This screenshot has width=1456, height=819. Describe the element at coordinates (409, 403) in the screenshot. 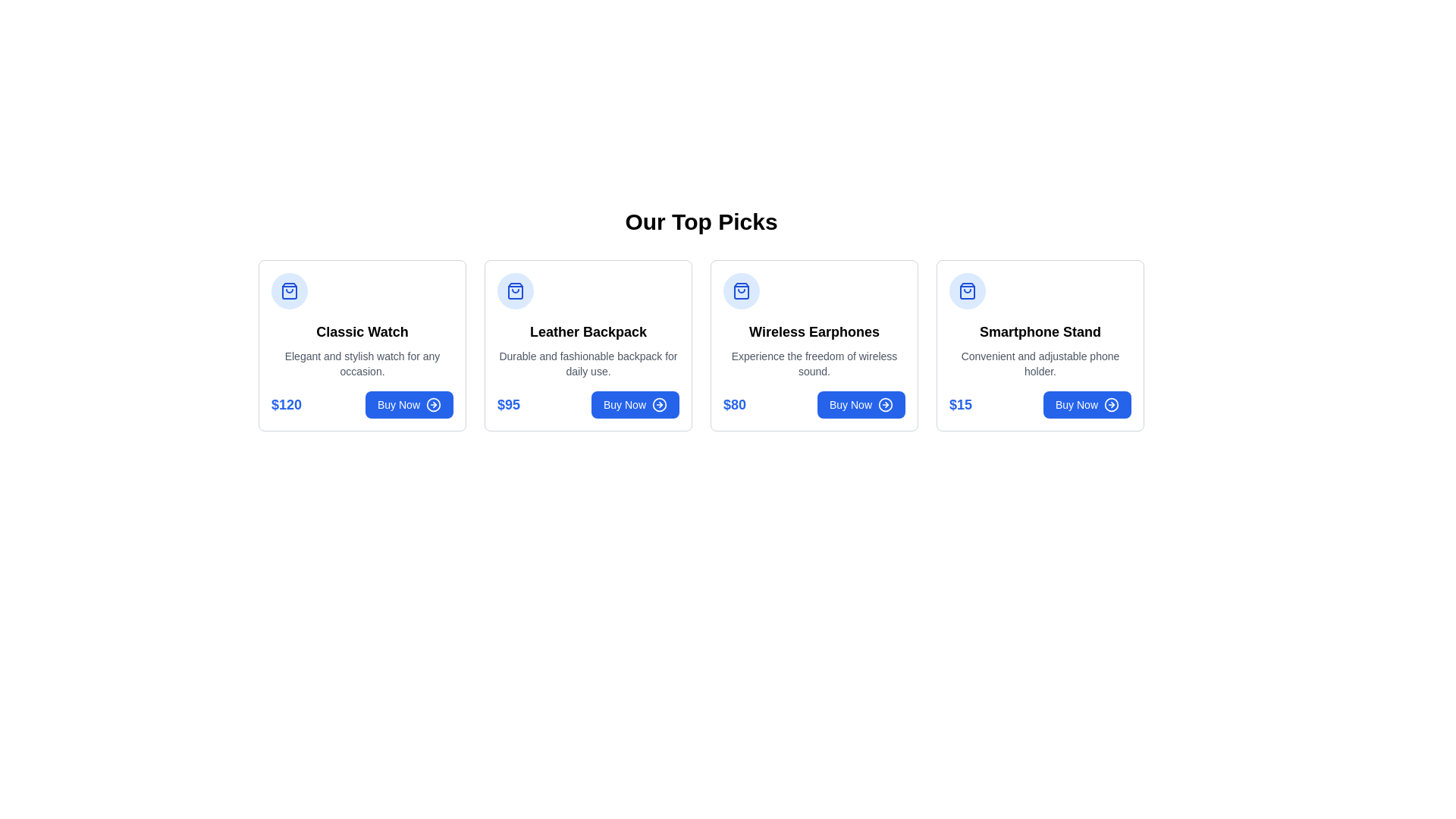

I see `the 'Buy Now' button, a blue rectangular button with white text and an arrow icon, located at the bottom-right of the 'Classic Watch' card` at that location.